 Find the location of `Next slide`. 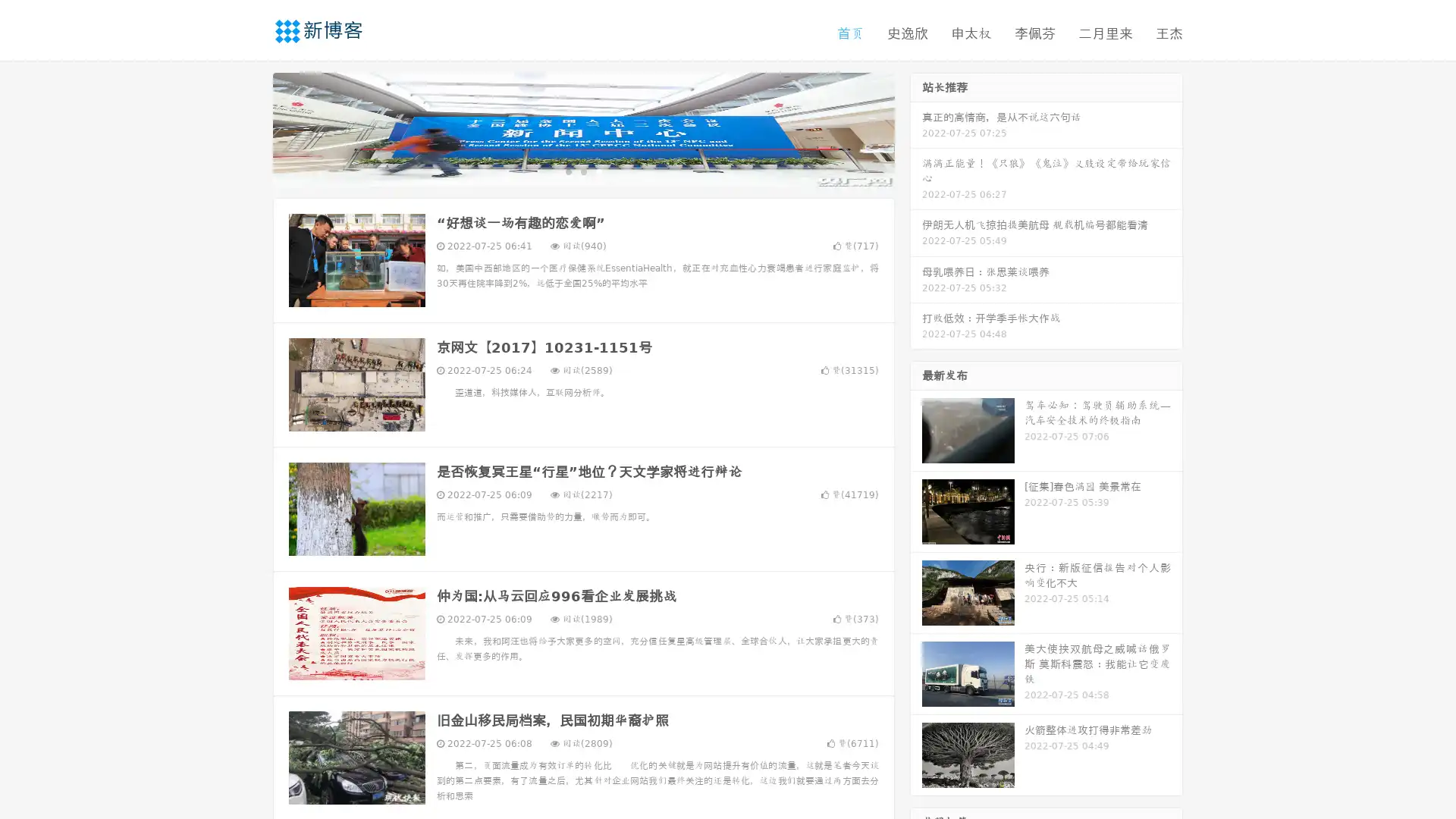

Next slide is located at coordinates (916, 127).